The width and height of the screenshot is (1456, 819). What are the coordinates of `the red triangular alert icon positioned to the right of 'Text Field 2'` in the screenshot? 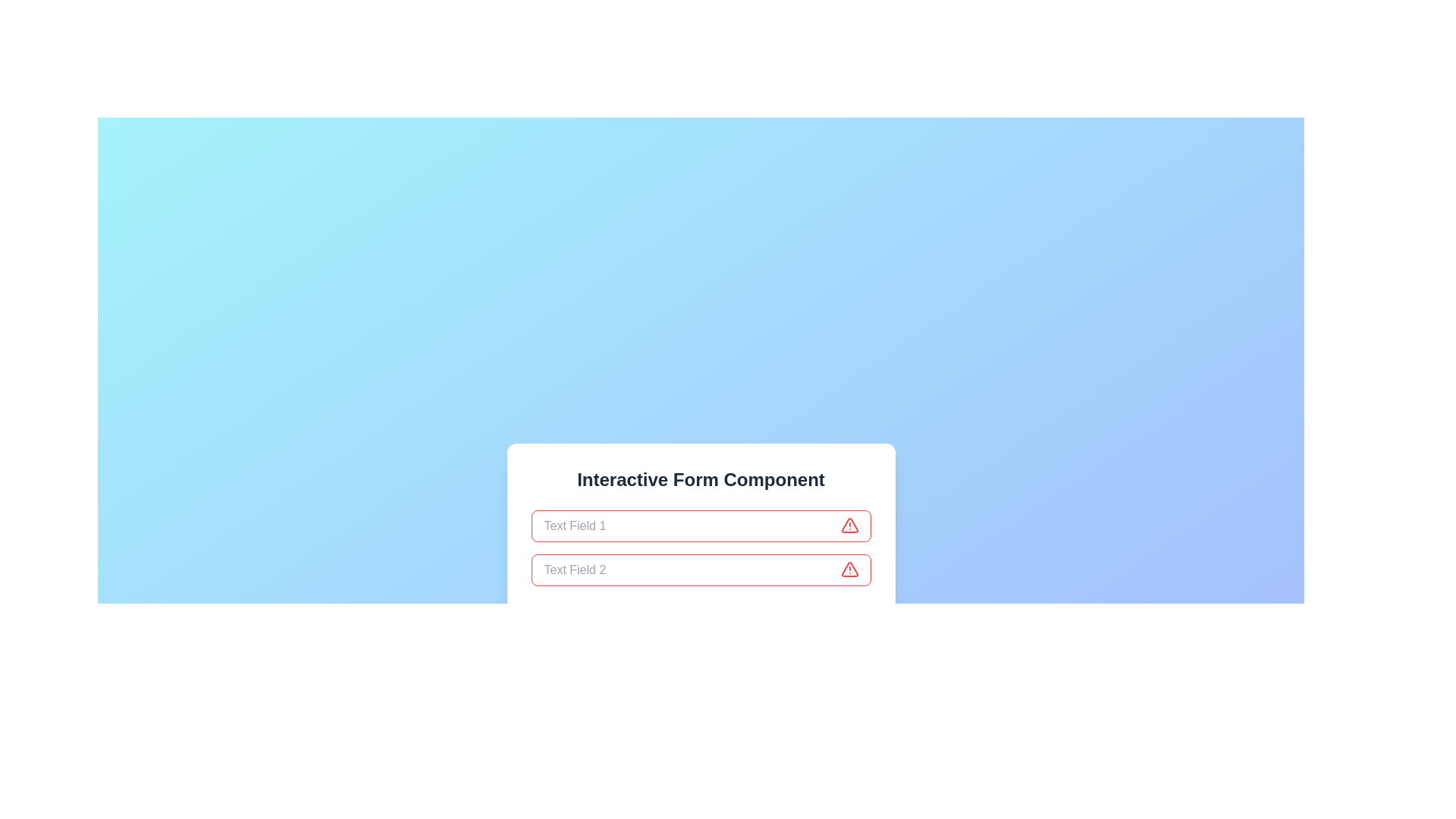 It's located at (849, 570).